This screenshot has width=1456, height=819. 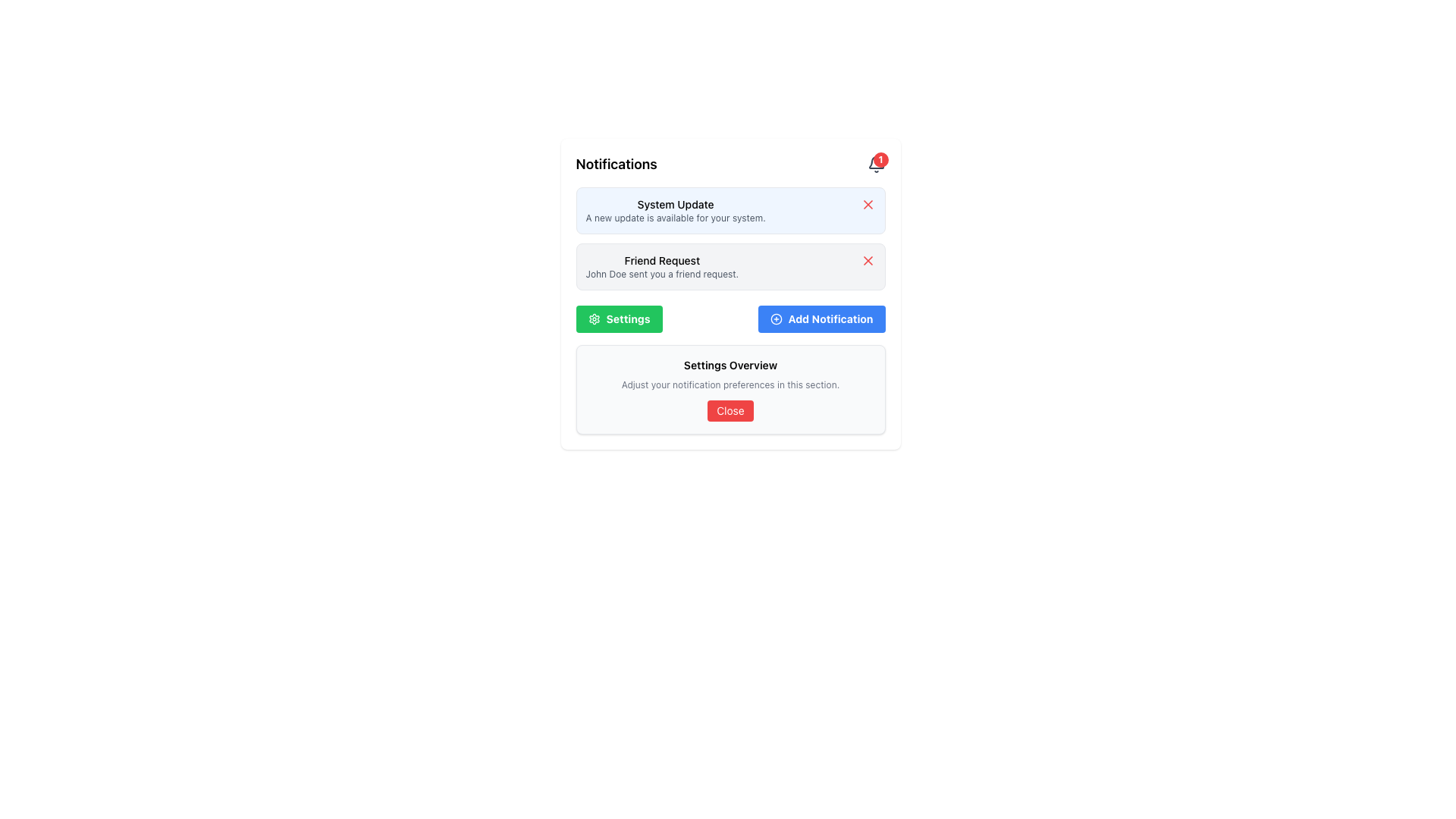 I want to click on lower main arc of the bell icon, which is located in the top-right corner of the notification interface, so click(x=876, y=162).